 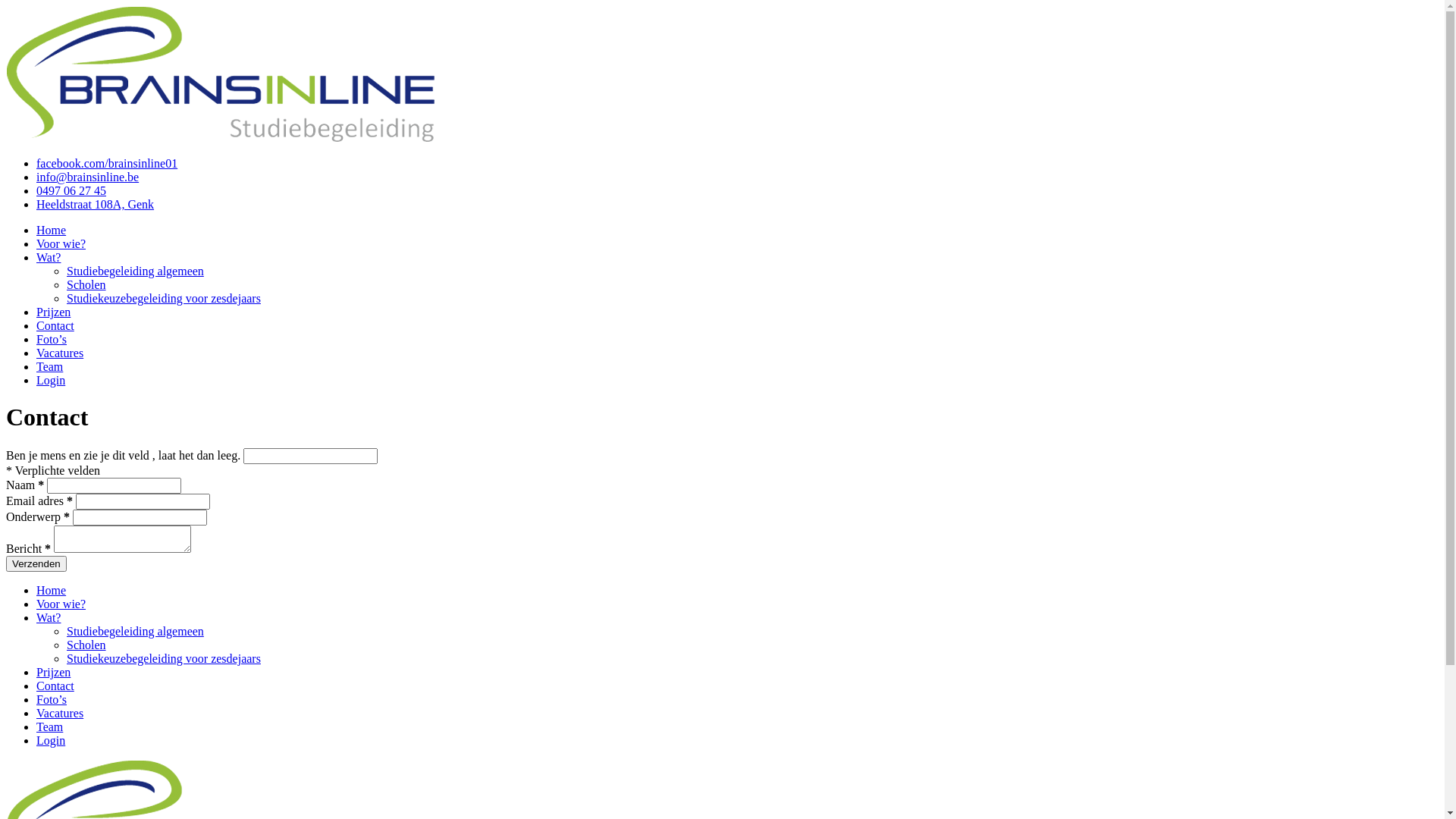 I want to click on 'Wat?', so click(x=48, y=617).